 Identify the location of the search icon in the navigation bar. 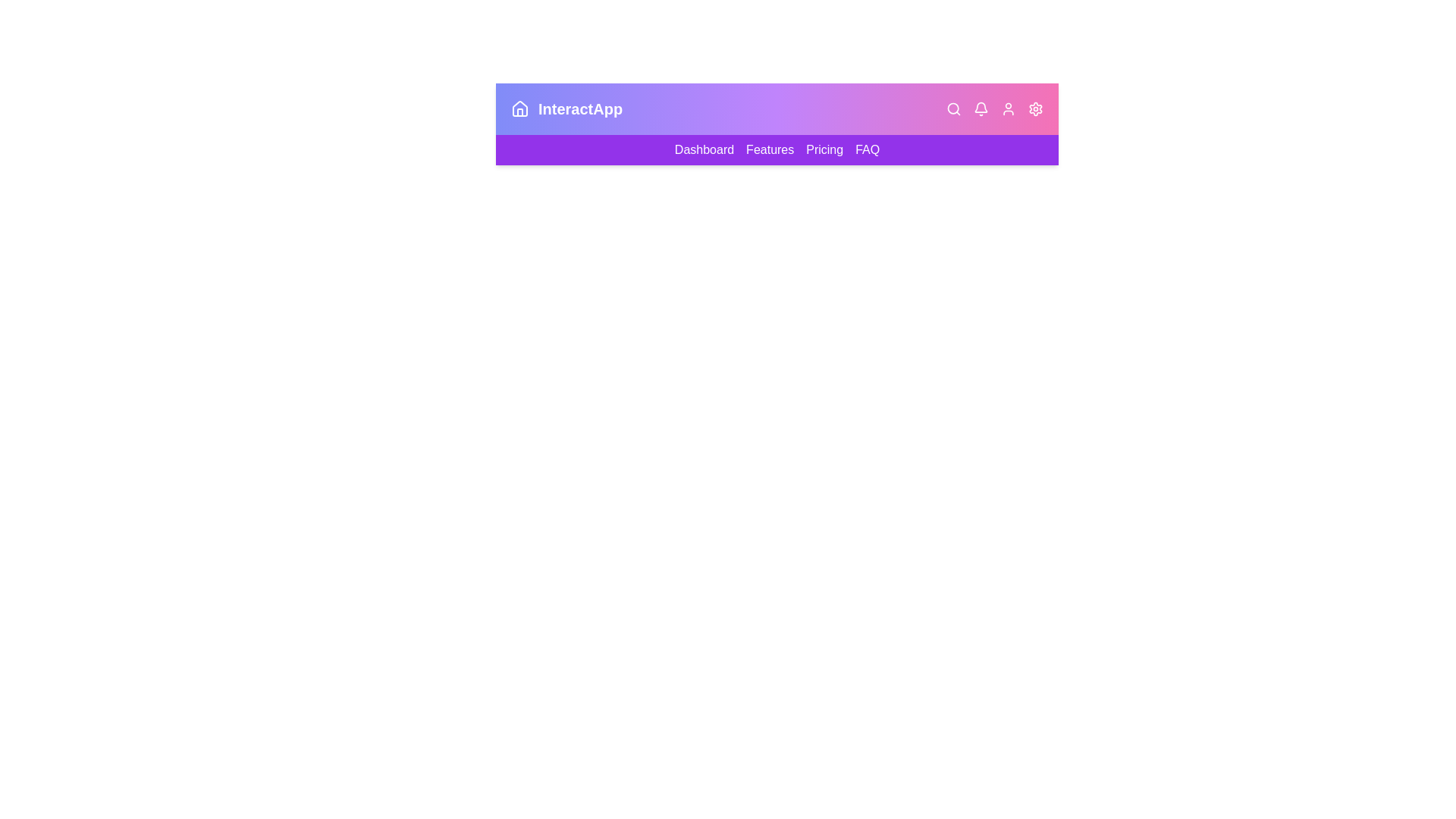
(952, 108).